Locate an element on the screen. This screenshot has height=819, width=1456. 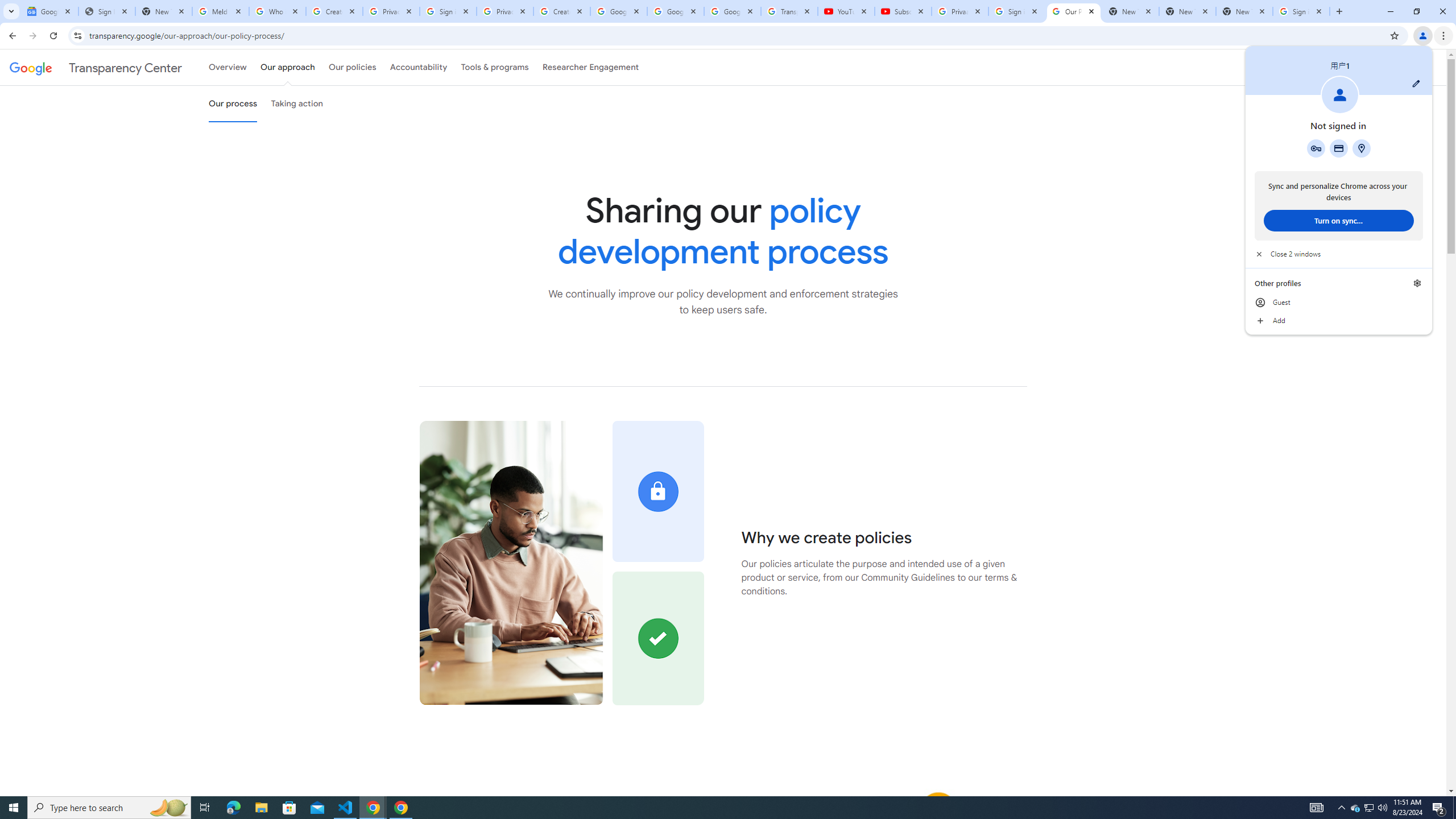
'Addresses and more' is located at coordinates (1360, 148).